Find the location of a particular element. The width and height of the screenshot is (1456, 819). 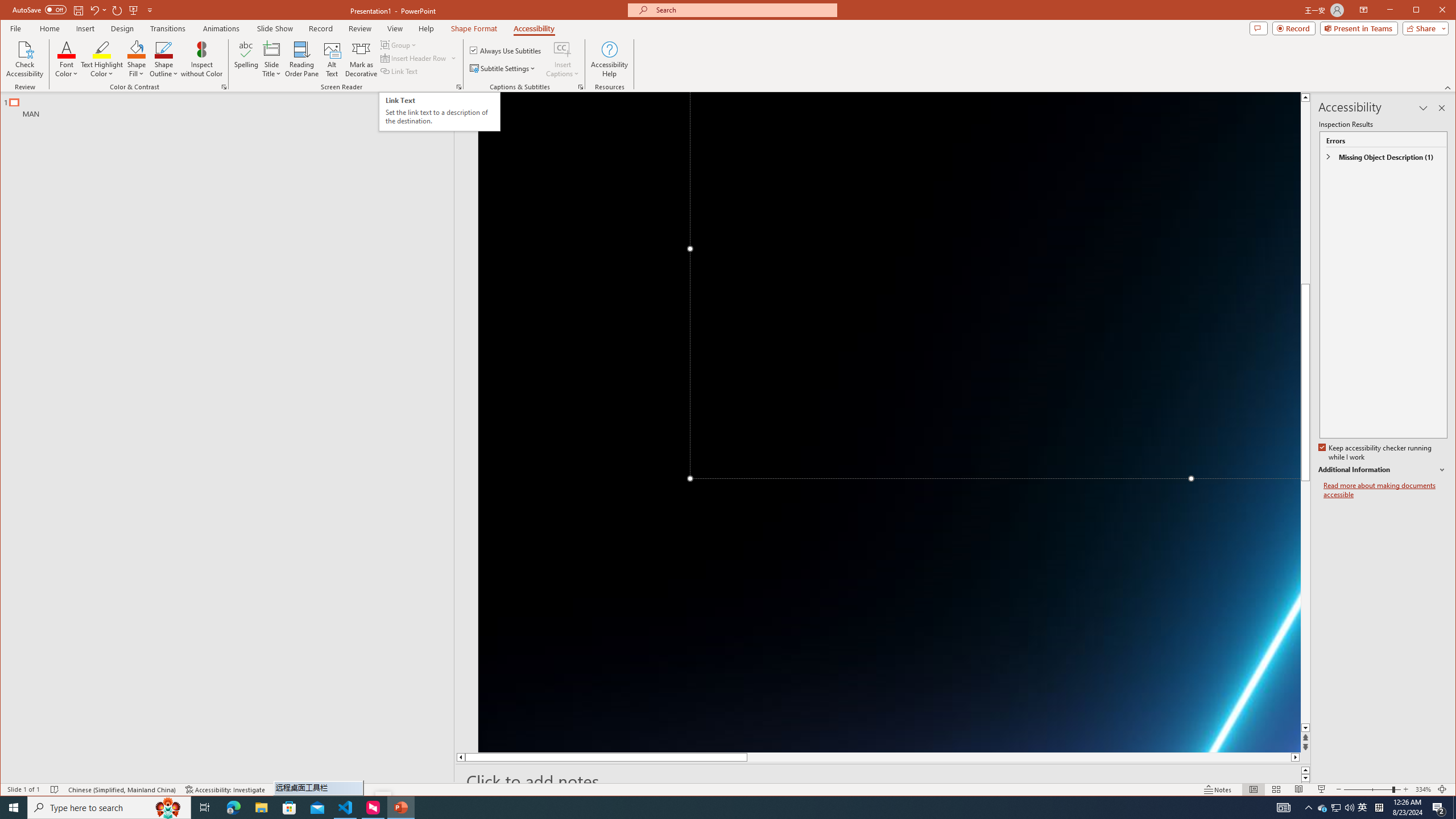

'Insert Captions' is located at coordinates (562, 48).